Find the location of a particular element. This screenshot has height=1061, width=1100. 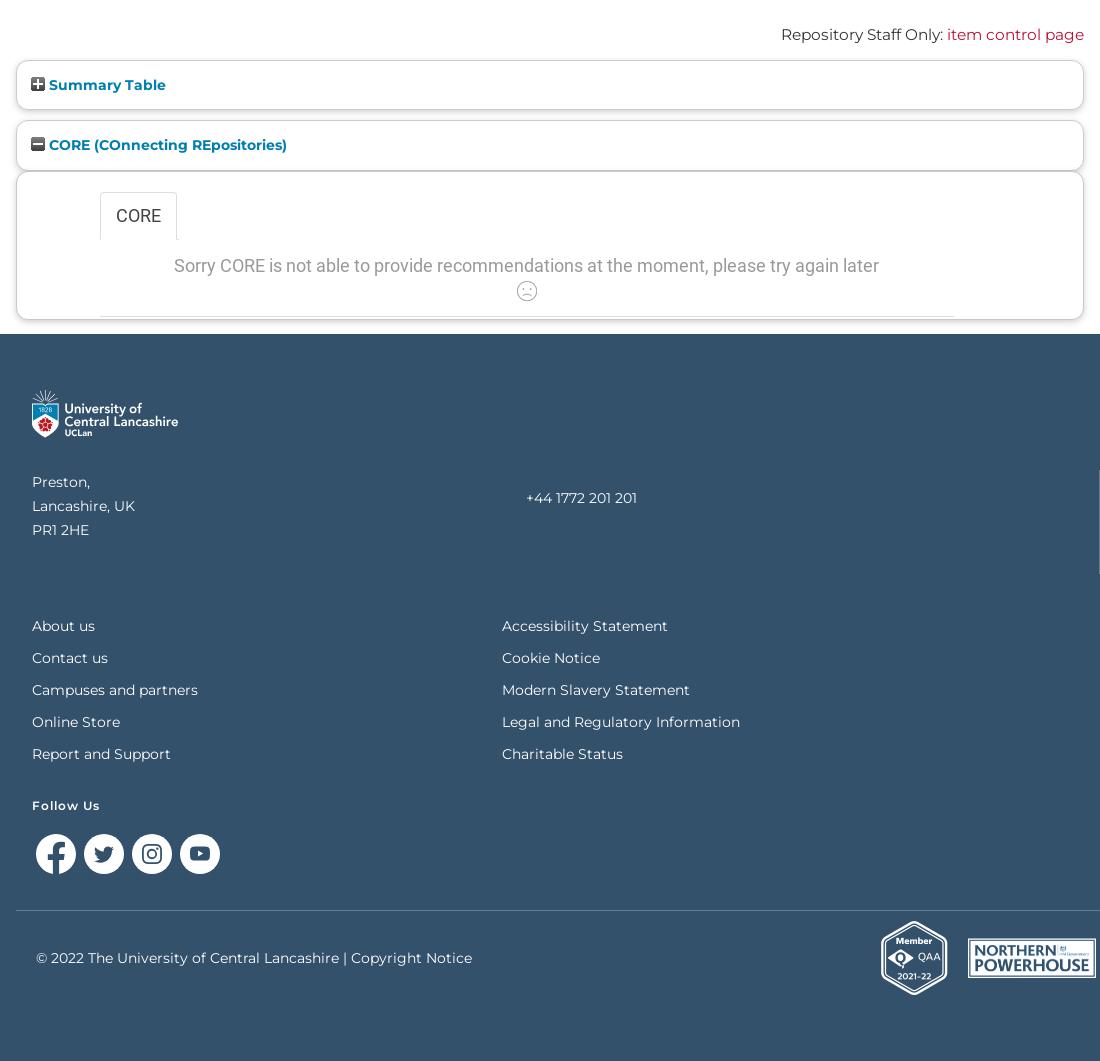

'Summary Table' is located at coordinates (43, 84).